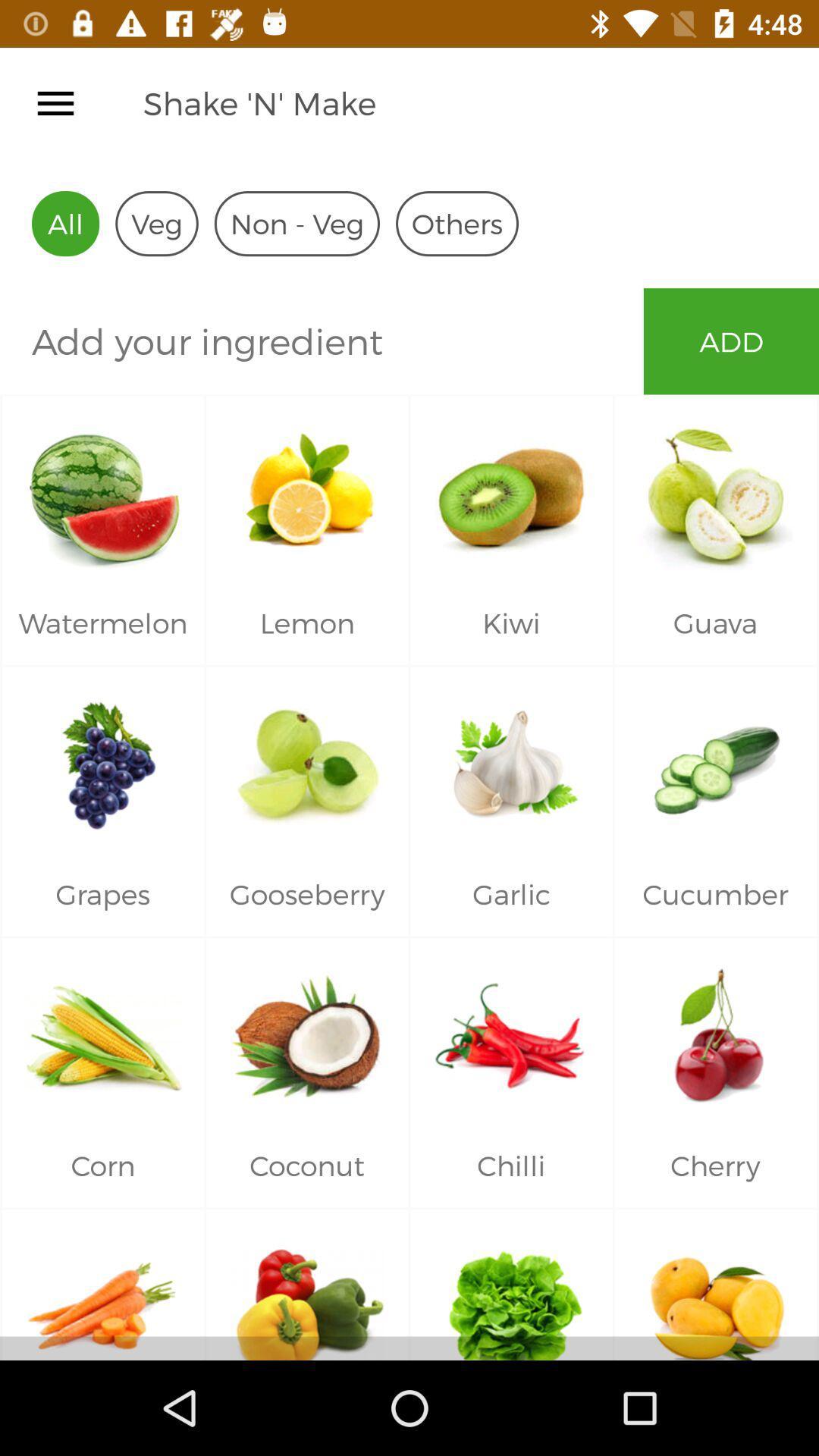  What do you see at coordinates (456, 223) in the screenshot?
I see `the others` at bounding box center [456, 223].